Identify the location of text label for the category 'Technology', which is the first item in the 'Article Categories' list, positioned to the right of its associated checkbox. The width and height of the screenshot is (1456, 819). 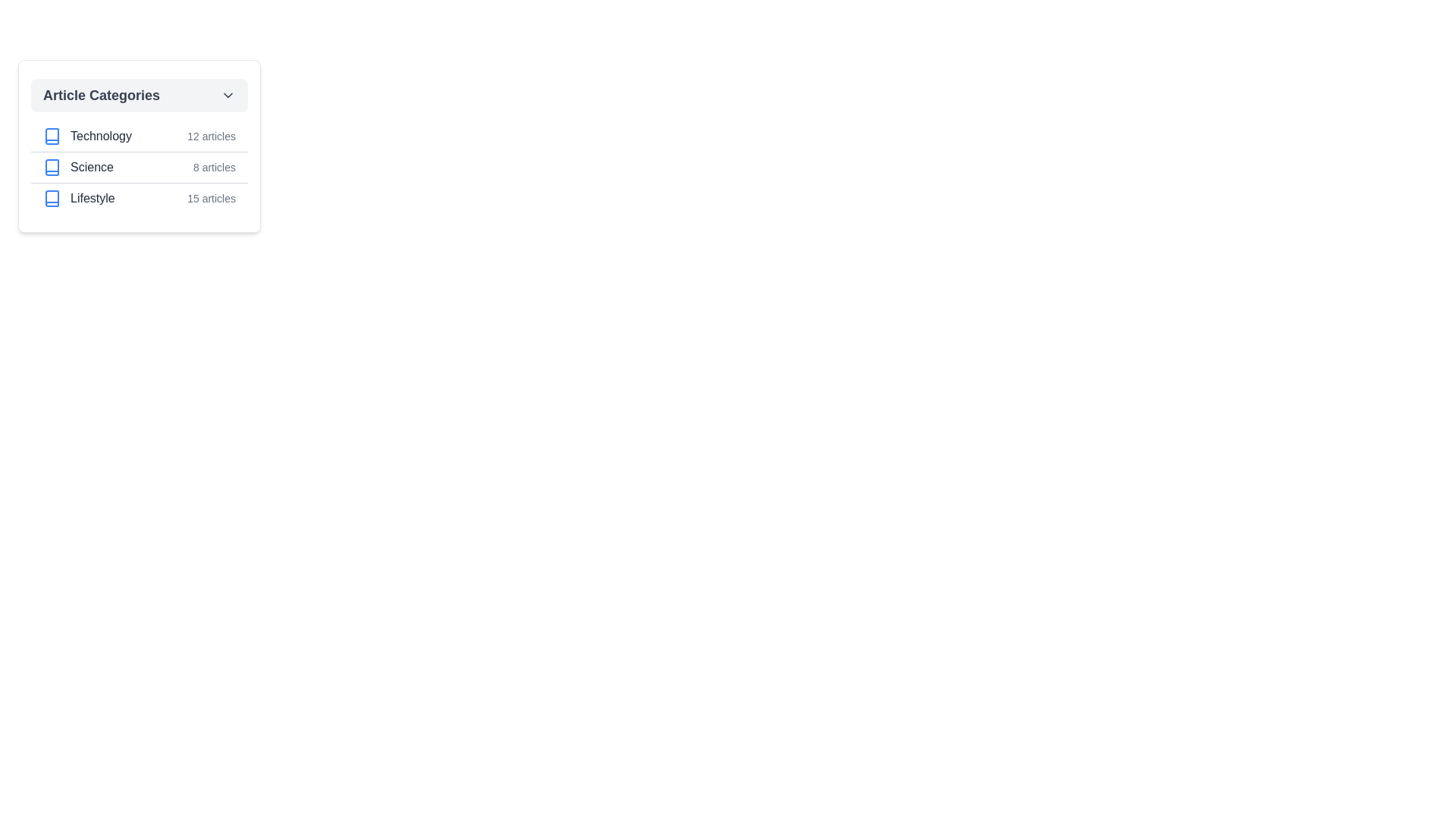
(100, 136).